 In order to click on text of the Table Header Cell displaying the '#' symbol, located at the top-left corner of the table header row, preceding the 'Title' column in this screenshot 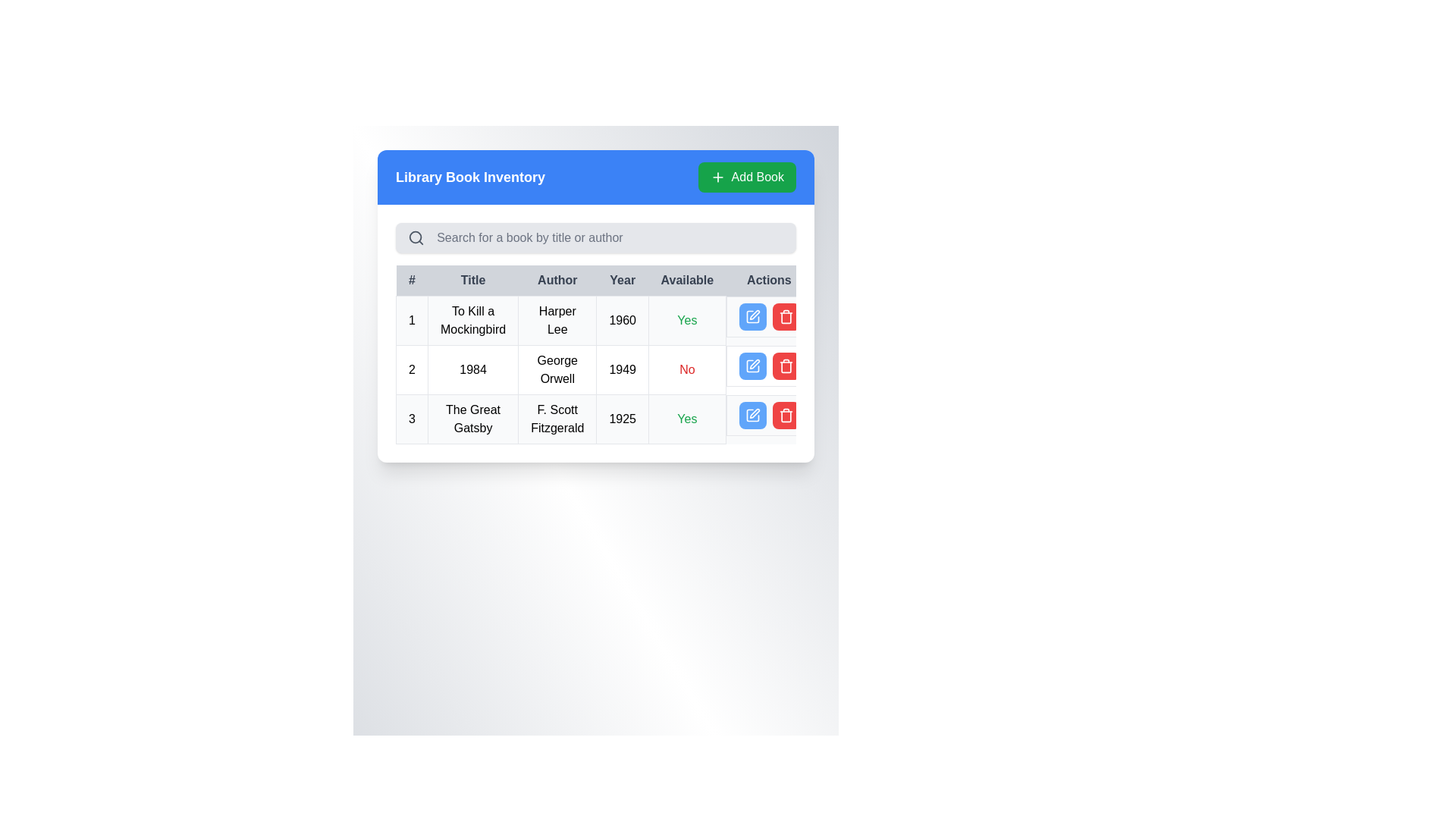, I will do `click(412, 281)`.